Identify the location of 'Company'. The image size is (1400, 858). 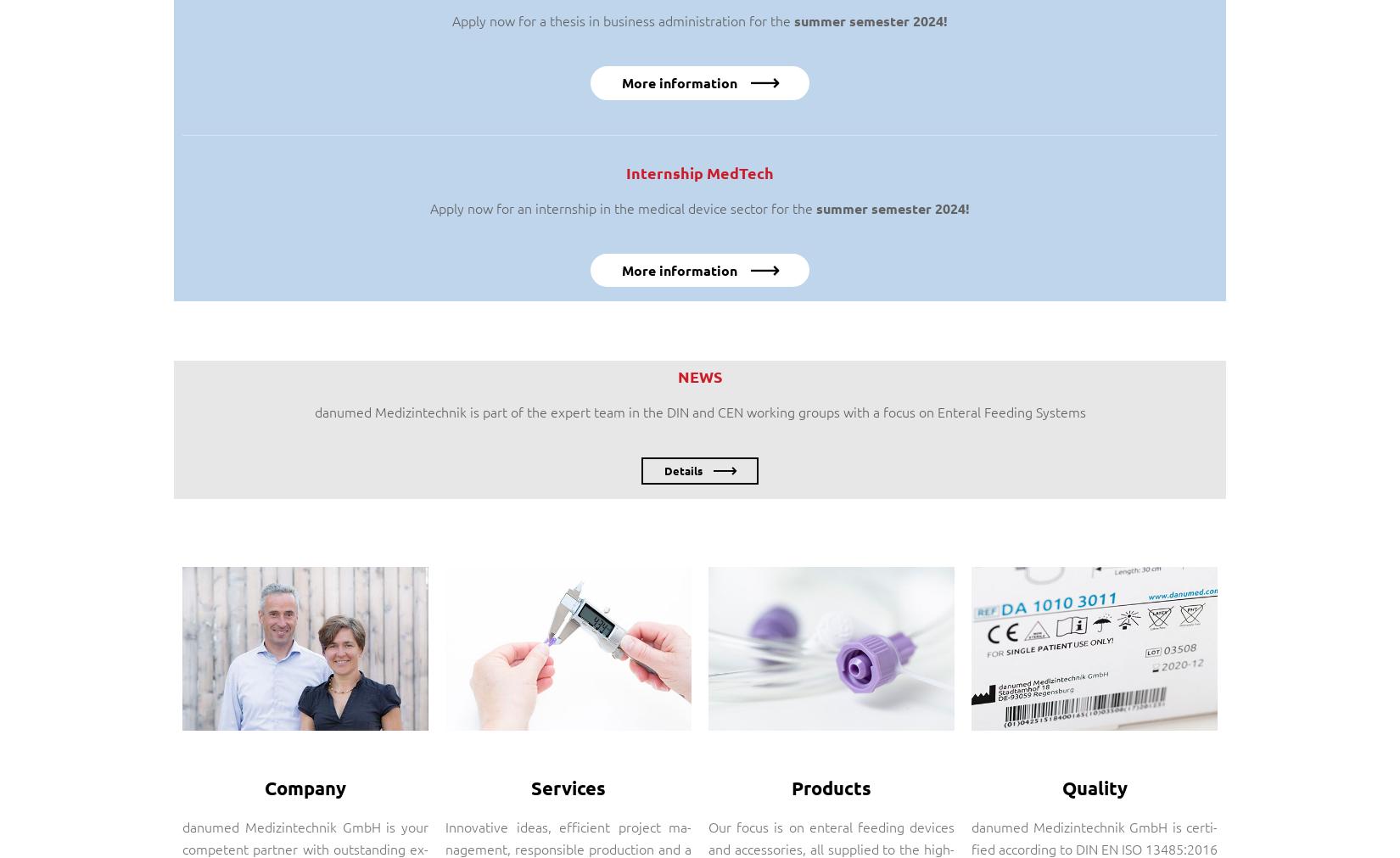
(305, 787).